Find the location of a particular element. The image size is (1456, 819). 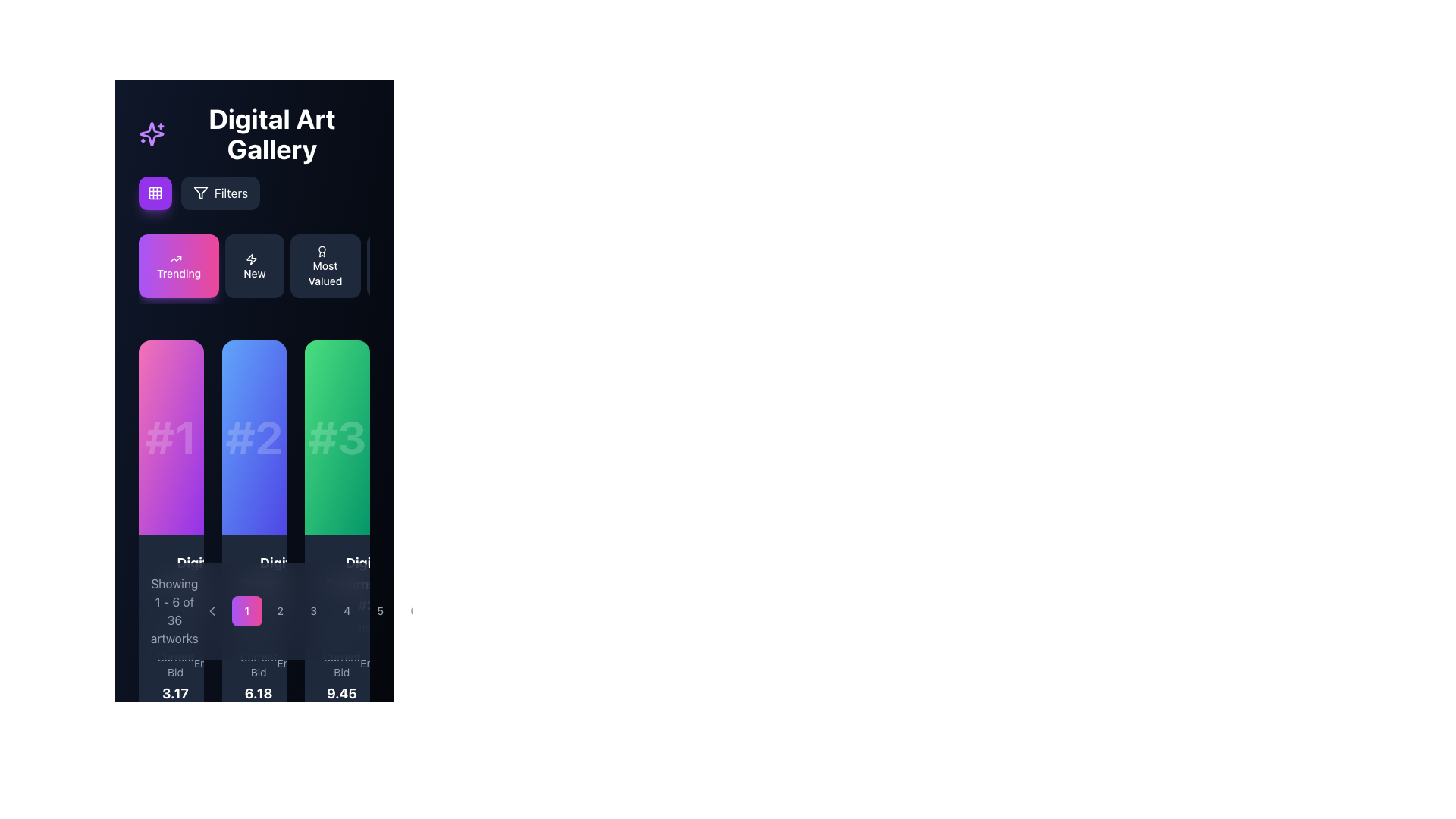

the second pagination button is located at coordinates (280, 610).